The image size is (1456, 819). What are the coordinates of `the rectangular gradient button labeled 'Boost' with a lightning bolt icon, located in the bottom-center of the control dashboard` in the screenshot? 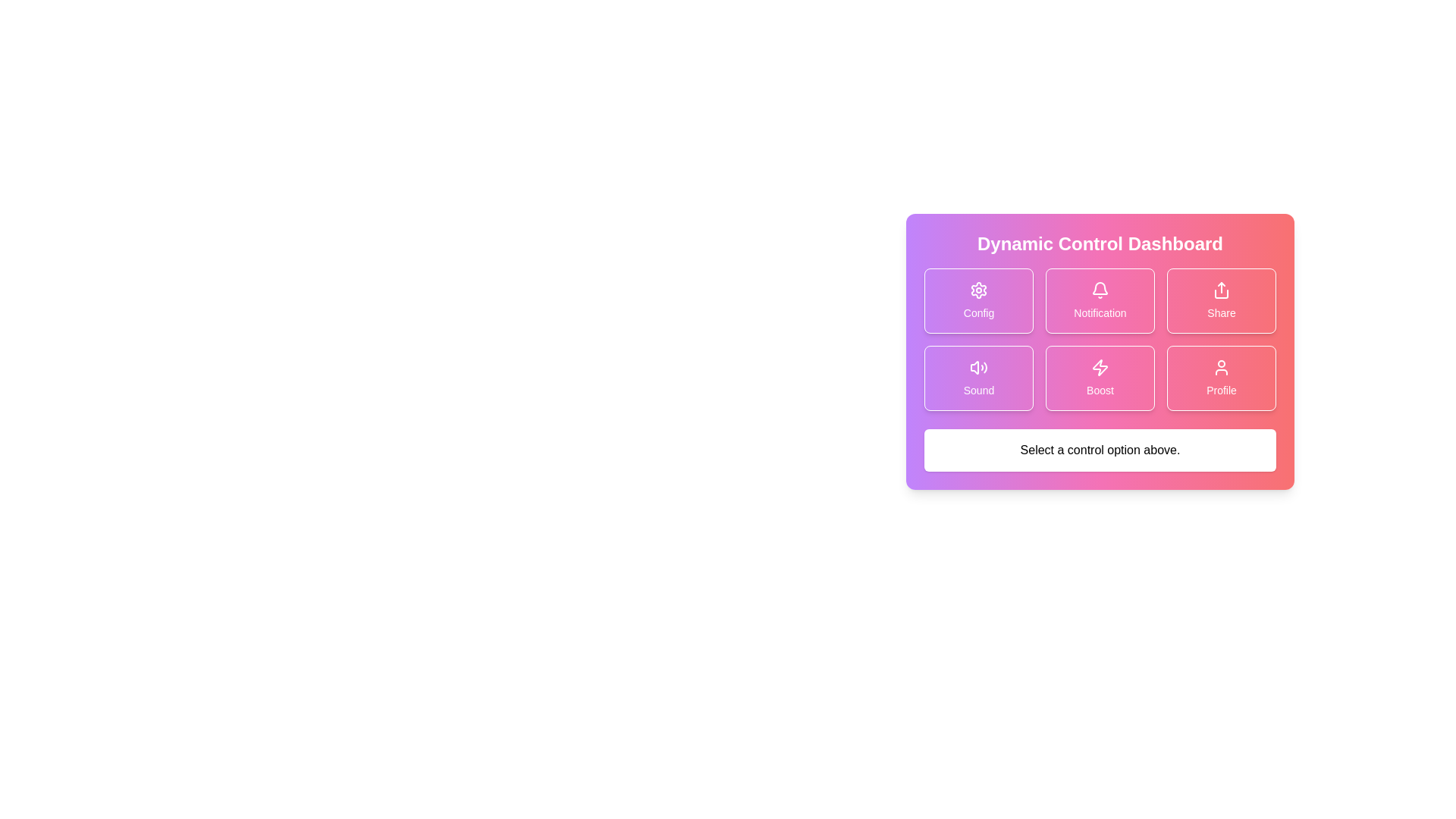 It's located at (1100, 377).